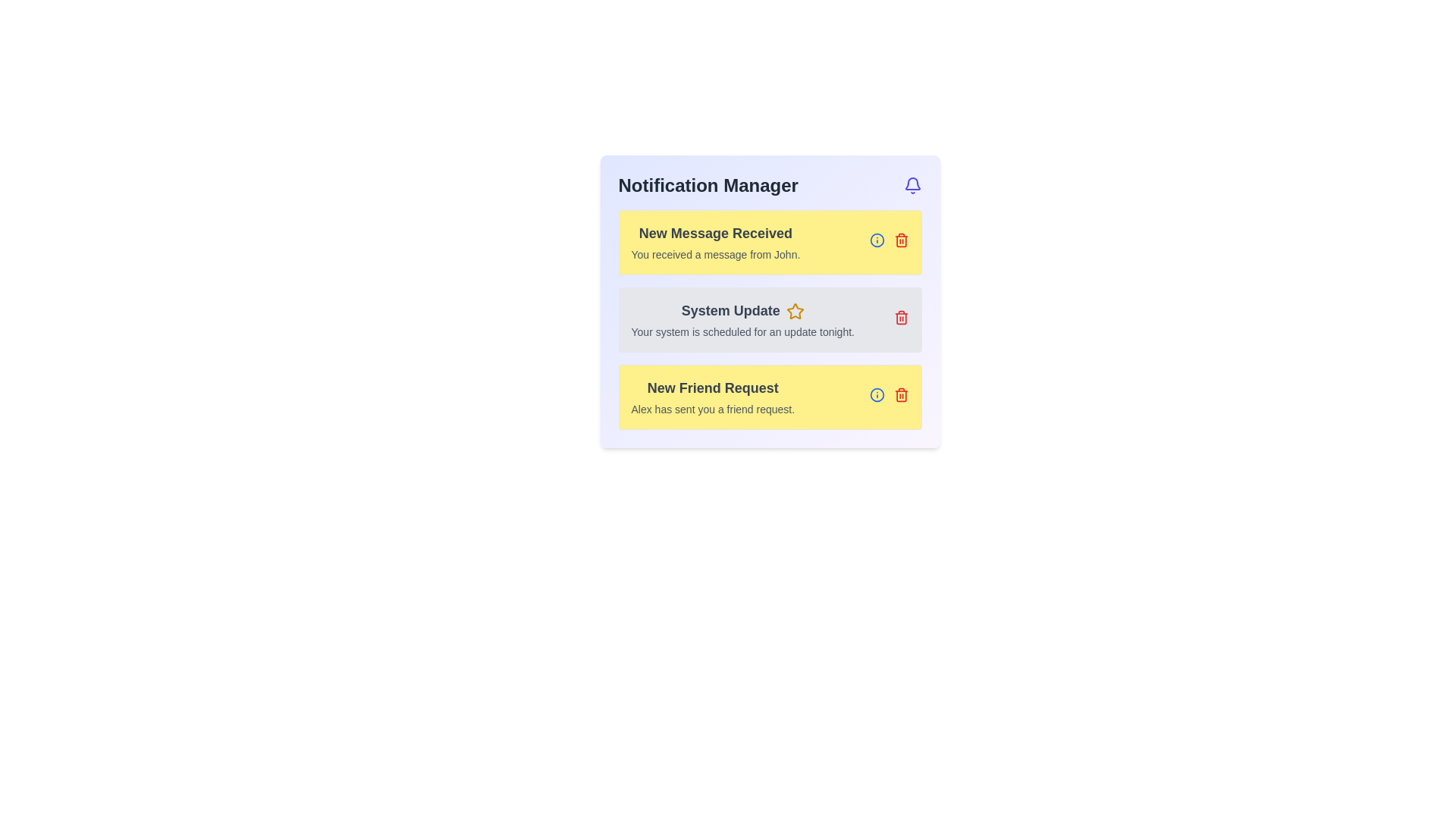 Image resolution: width=1456 pixels, height=819 pixels. What do you see at coordinates (770, 242) in the screenshot?
I see `the first notification item with a yellow background, which informs the user about a new message from 'John'` at bounding box center [770, 242].